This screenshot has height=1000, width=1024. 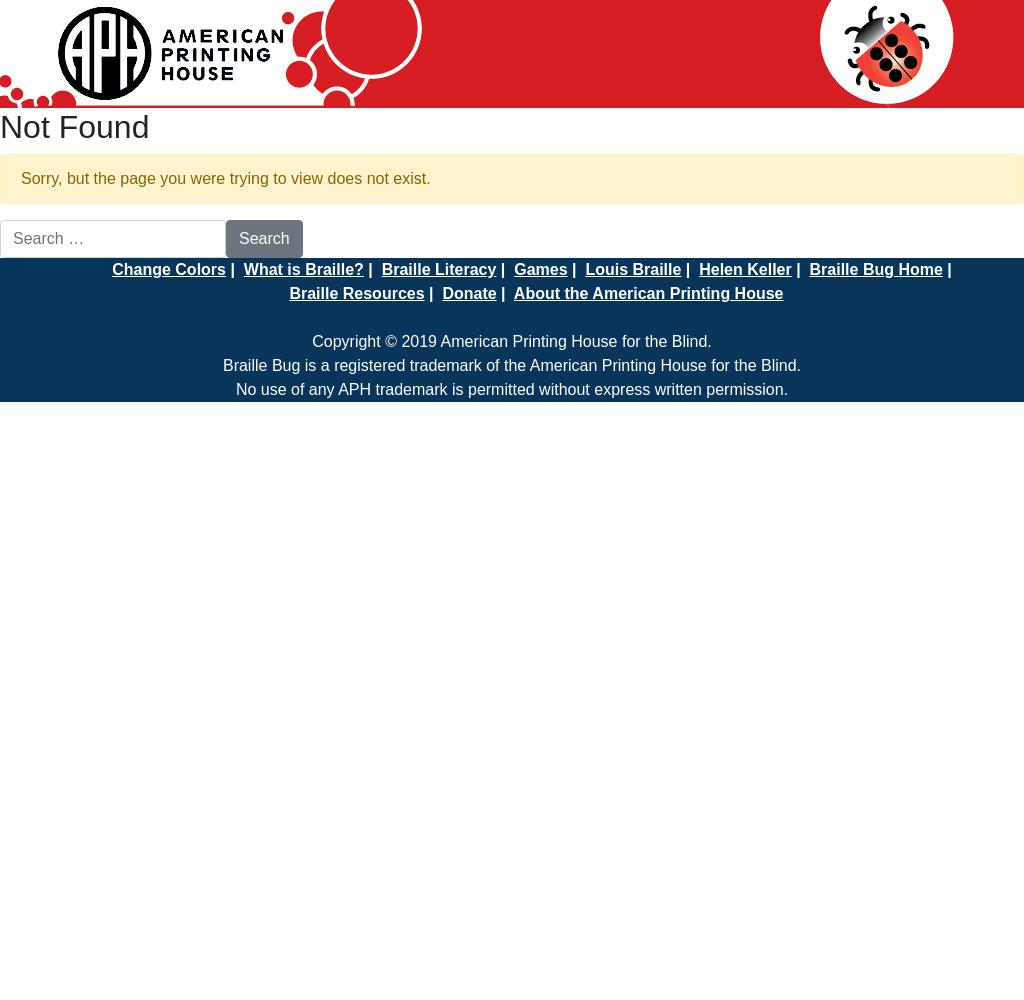 I want to click on 'Change Colors', so click(x=167, y=269).